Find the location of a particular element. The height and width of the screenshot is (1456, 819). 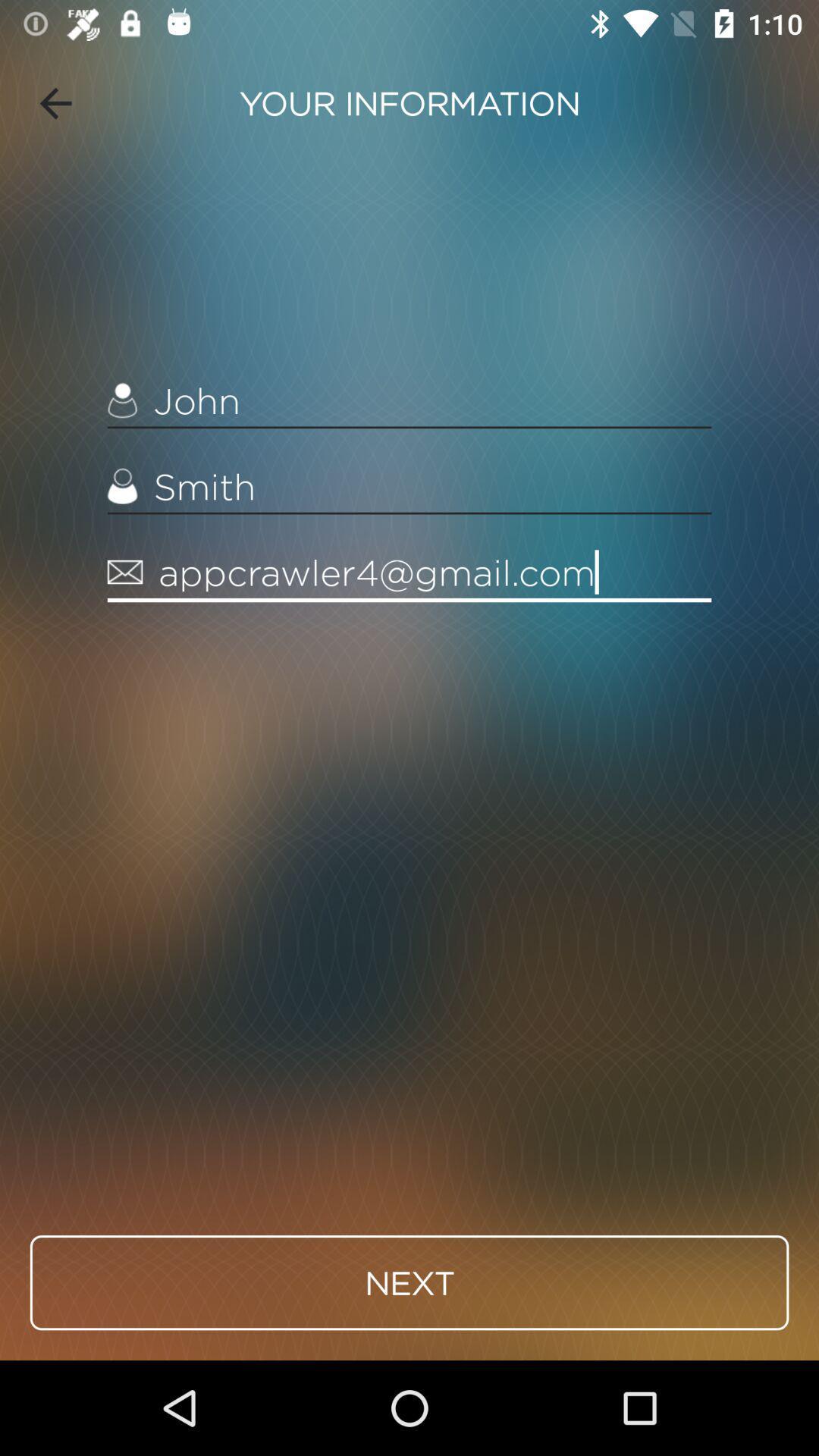

item at the top left corner is located at coordinates (55, 102).